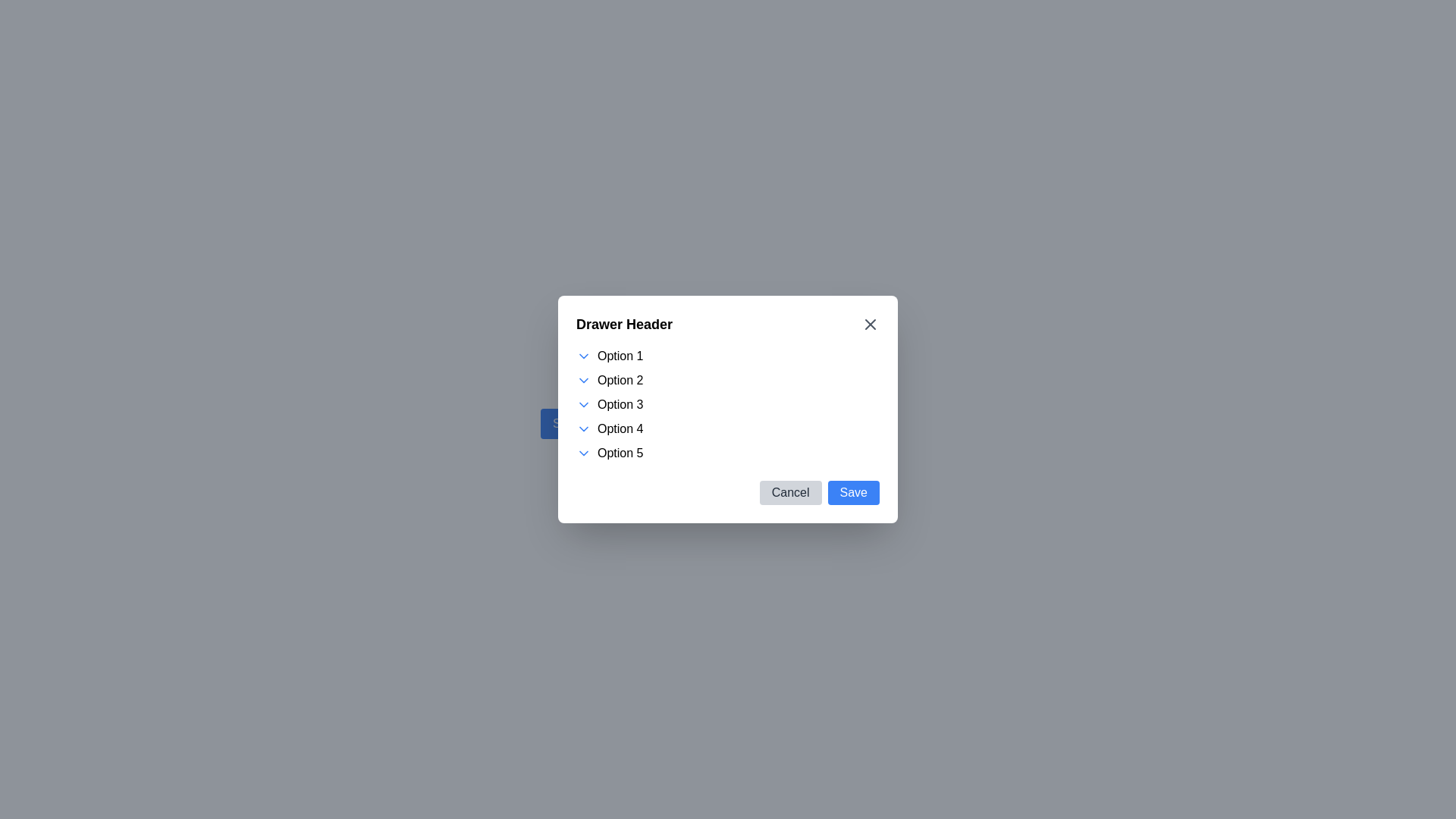  Describe the element at coordinates (728, 403) in the screenshot. I see `the list item labeled 'Option 3' in bold font, which is the third item in a vertically arranged list within a modal` at that location.